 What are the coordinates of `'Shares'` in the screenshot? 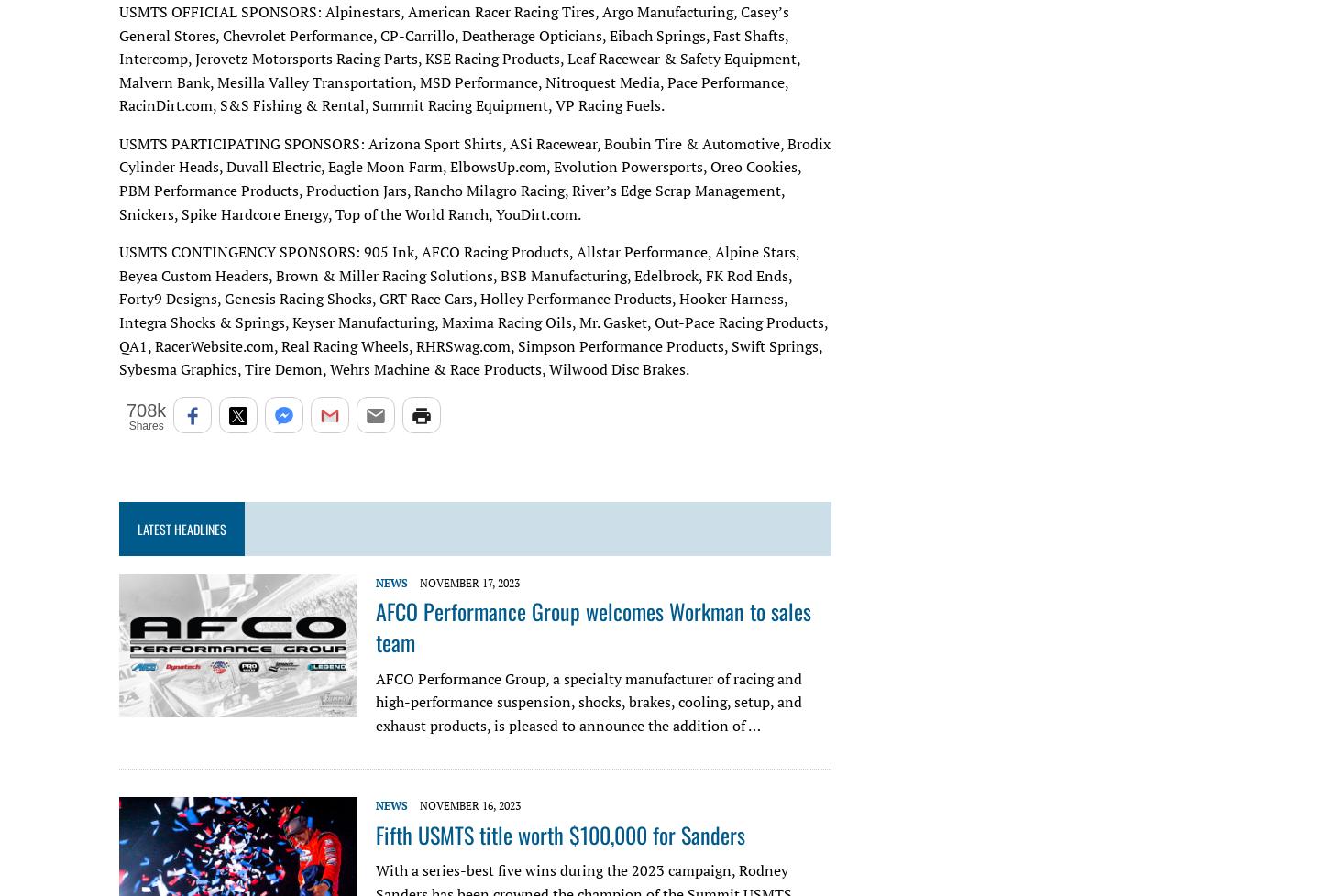 It's located at (144, 423).